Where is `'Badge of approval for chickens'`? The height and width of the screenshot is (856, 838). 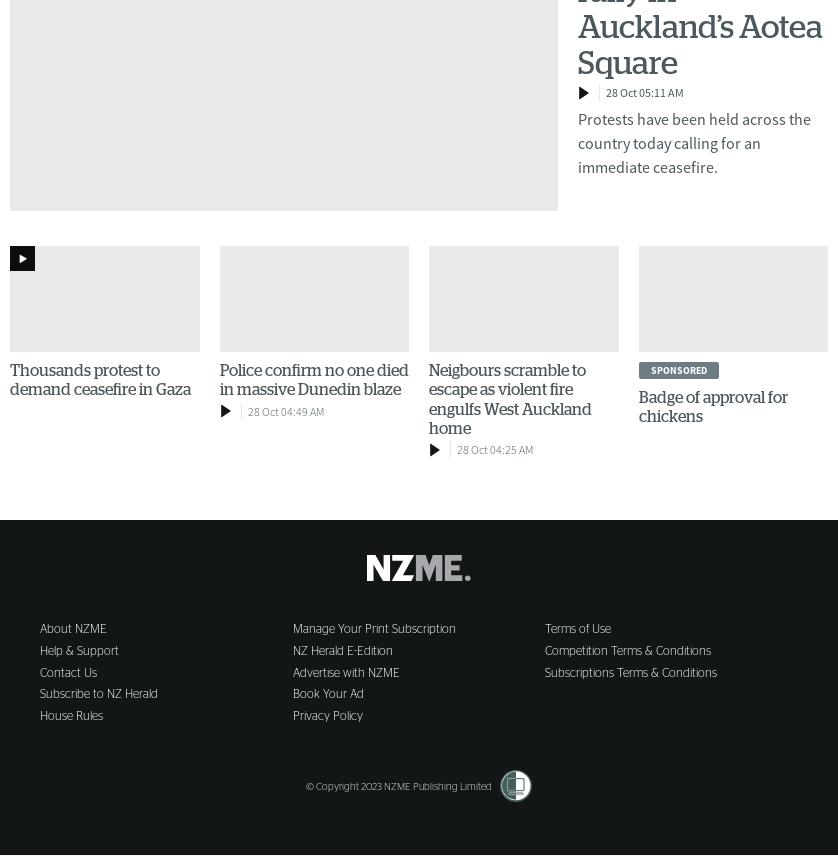
'Badge of approval for chickens' is located at coordinates (711, 406).